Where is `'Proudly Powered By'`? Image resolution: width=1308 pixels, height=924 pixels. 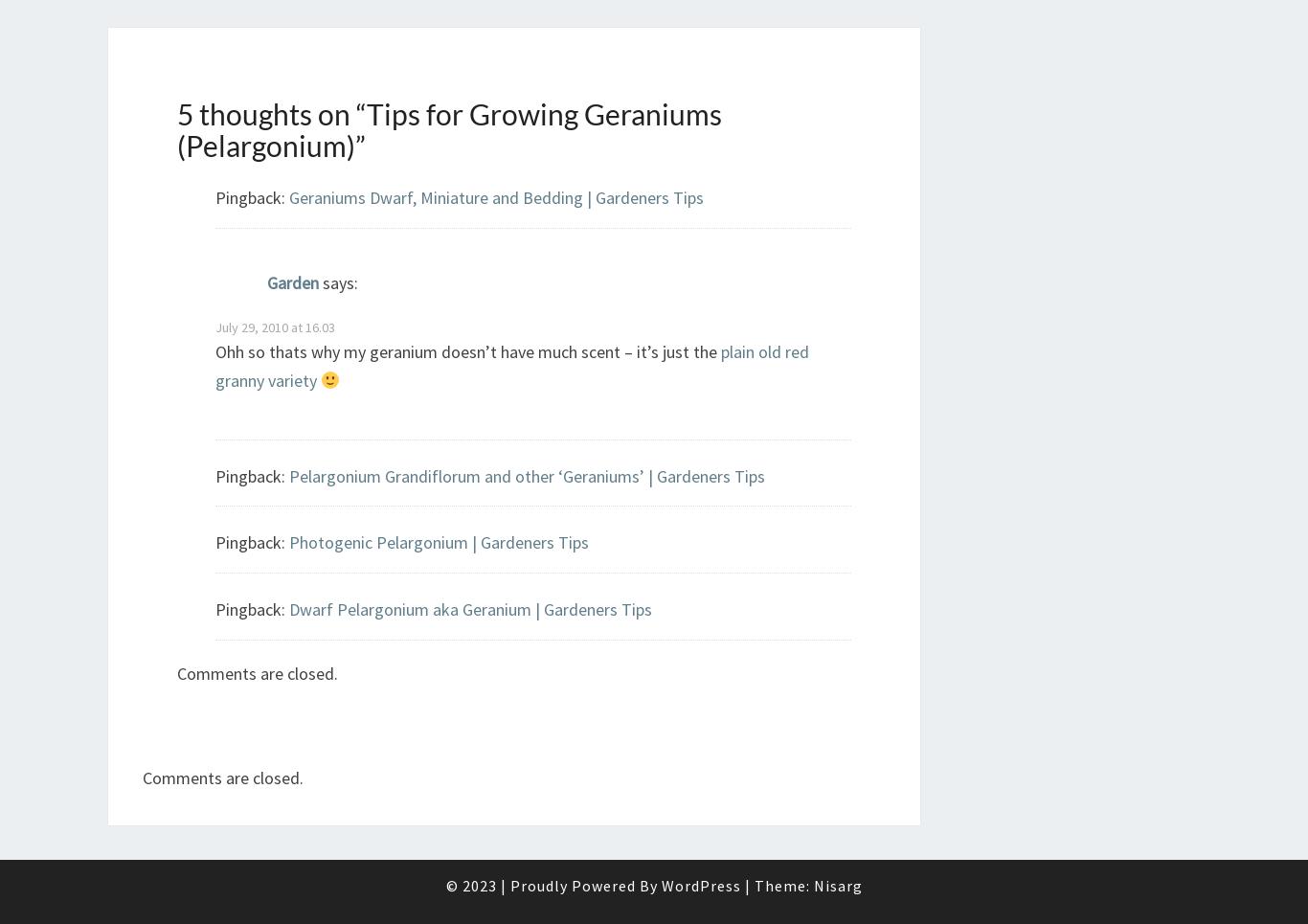
'Proudly Powered By' is located at coordinates (509, 884).